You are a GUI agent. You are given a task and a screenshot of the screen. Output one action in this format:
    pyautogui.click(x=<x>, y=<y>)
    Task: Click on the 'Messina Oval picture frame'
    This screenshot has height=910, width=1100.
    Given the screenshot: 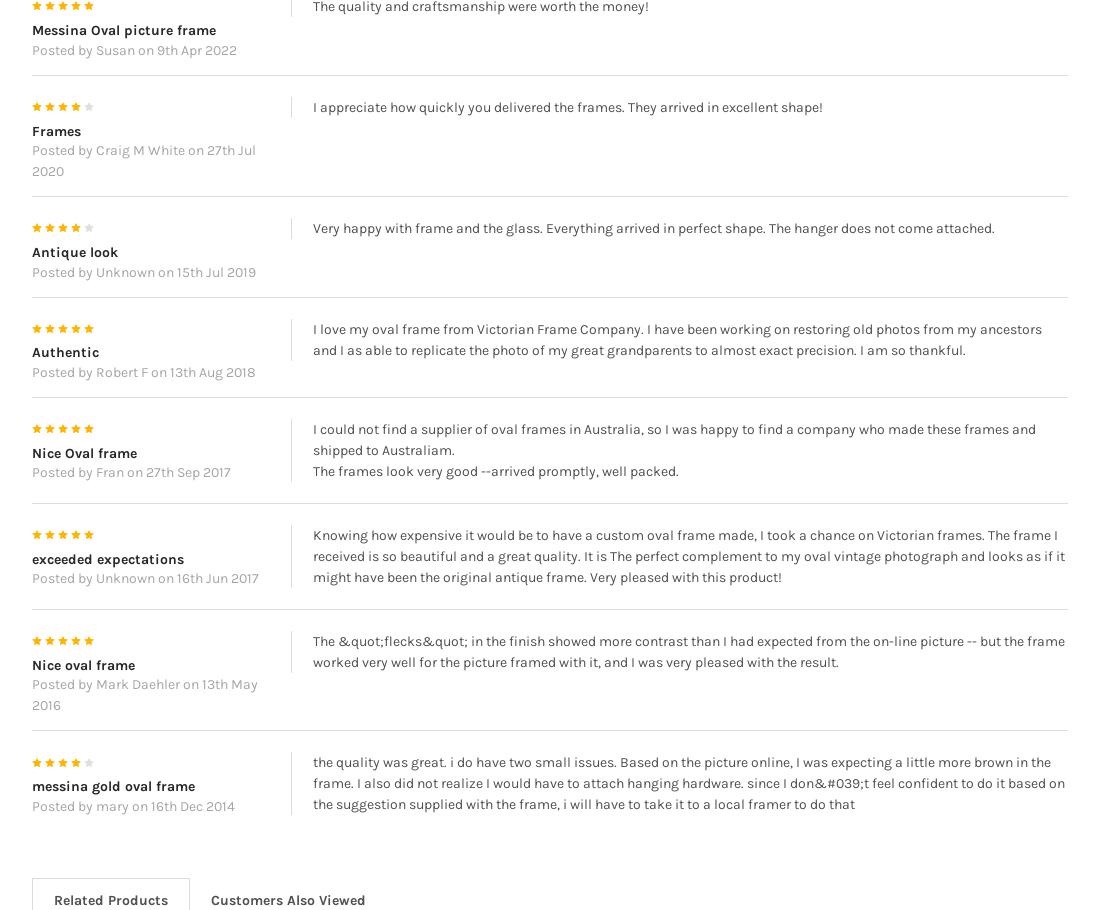 What is the action you would take?
    pyautogui.click(x=122, y=59)
    